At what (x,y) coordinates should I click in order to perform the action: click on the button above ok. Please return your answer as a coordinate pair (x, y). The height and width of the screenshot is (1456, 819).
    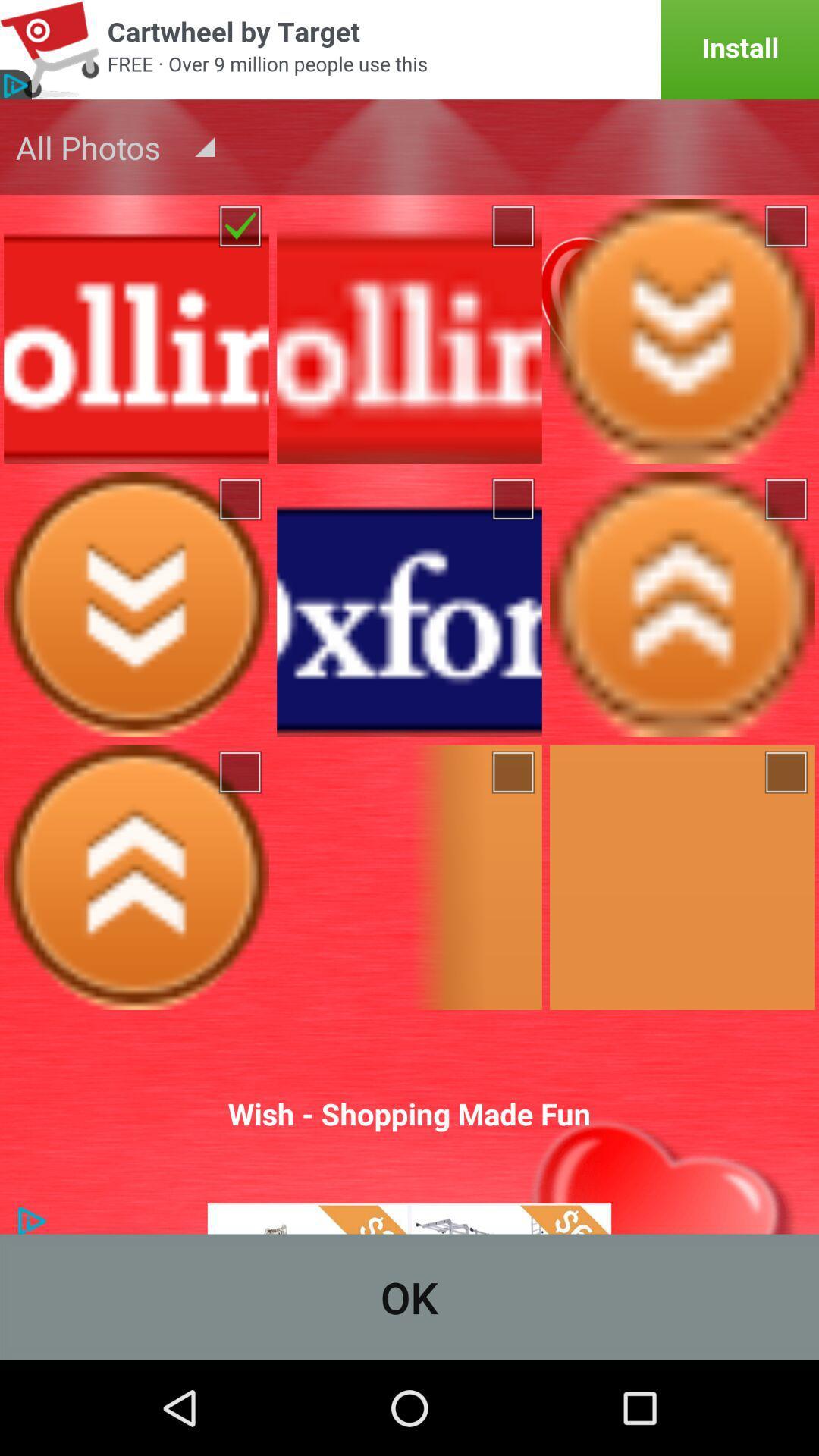
    Looking at the image, I should click on (409, 1129).